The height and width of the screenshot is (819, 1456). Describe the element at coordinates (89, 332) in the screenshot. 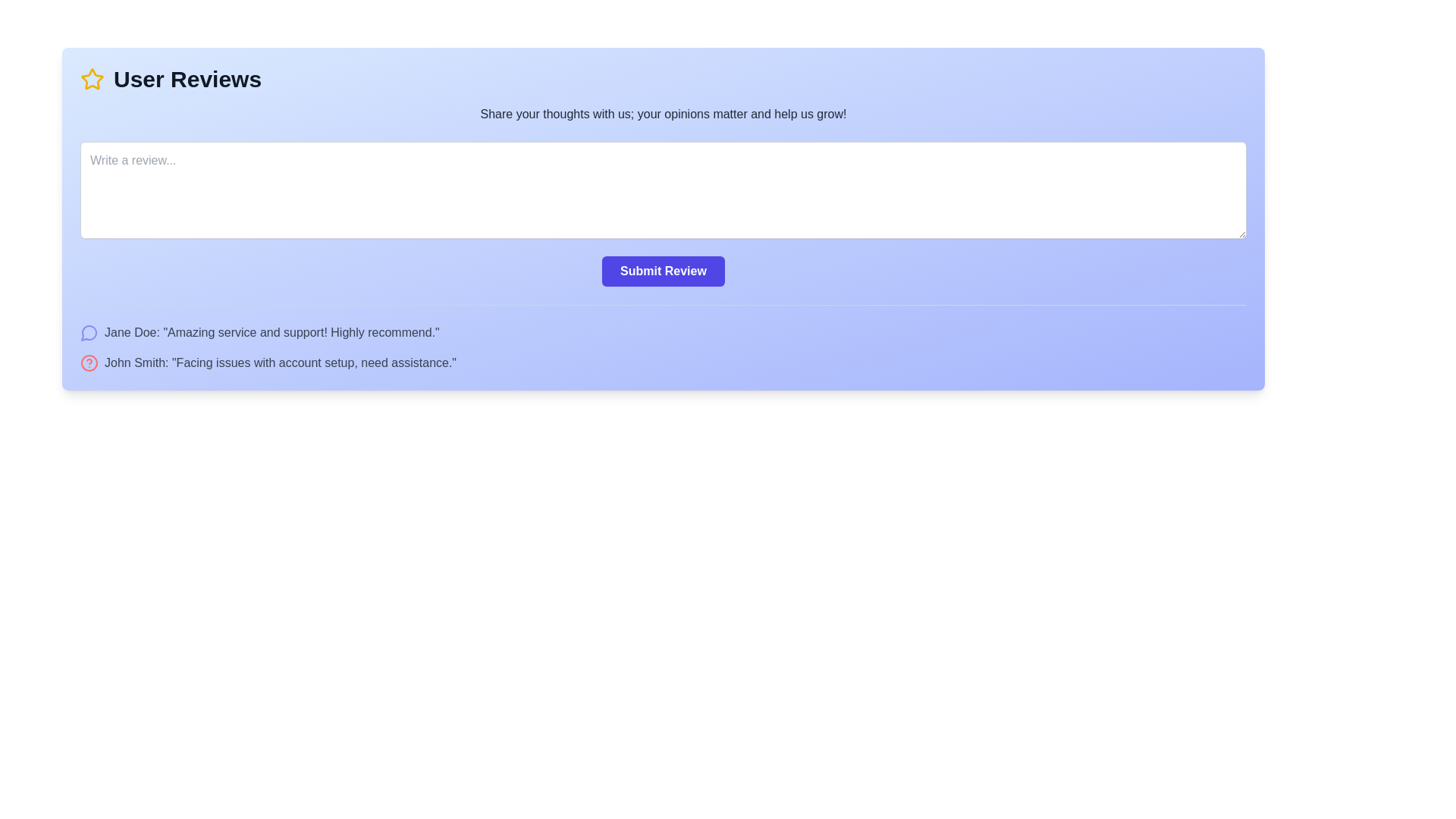

I see `the SVG-based chat bubble icon with a thin outline and hollow center, colored indigo-400, located at the leftmost part of the user feedback block adjacent to the text 'Jane Doe: "Amazing service and support! Highly recommend!"'` at that location.